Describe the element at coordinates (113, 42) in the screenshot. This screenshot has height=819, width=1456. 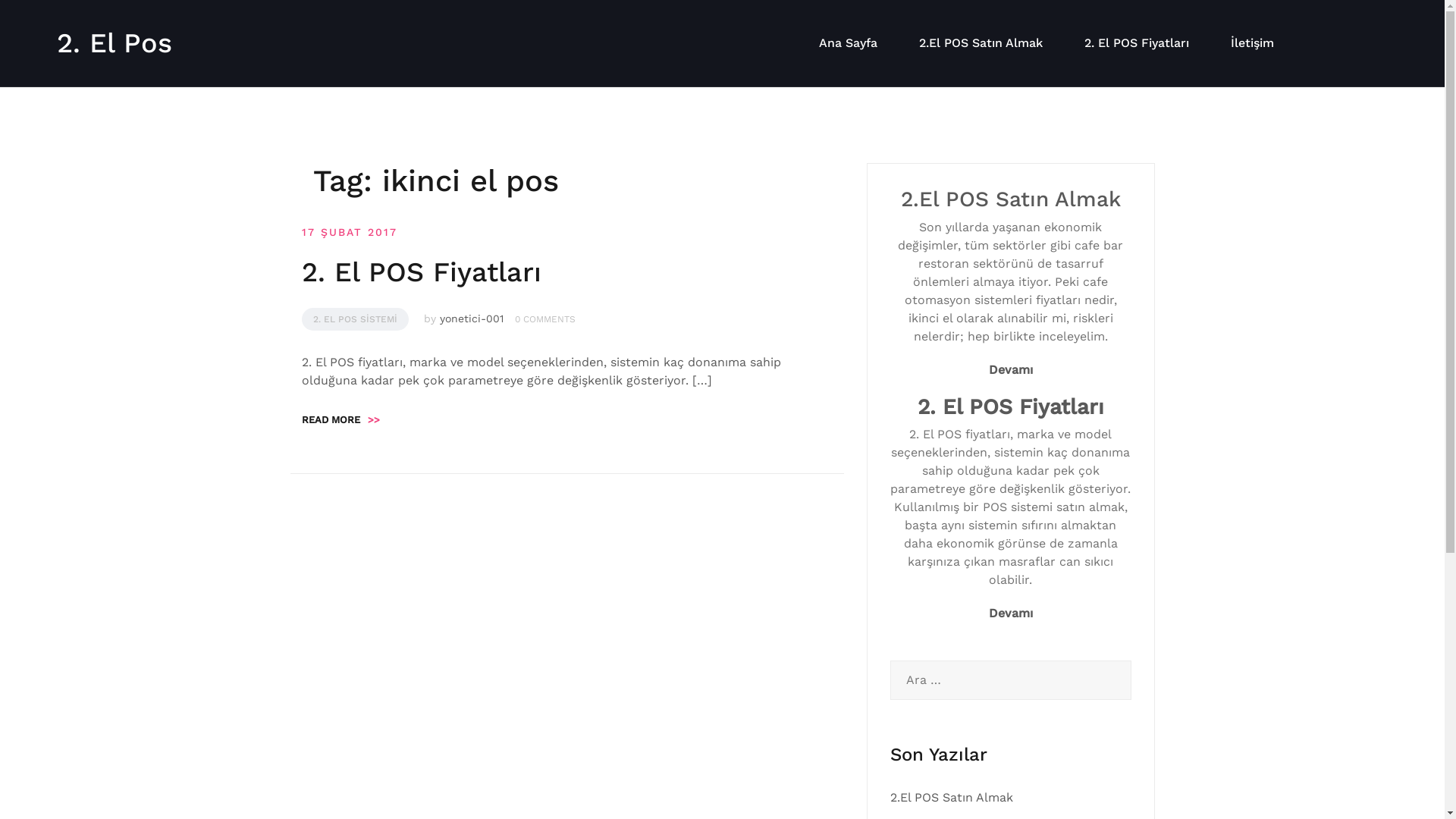
I see `'2. El Pos'` at that location.